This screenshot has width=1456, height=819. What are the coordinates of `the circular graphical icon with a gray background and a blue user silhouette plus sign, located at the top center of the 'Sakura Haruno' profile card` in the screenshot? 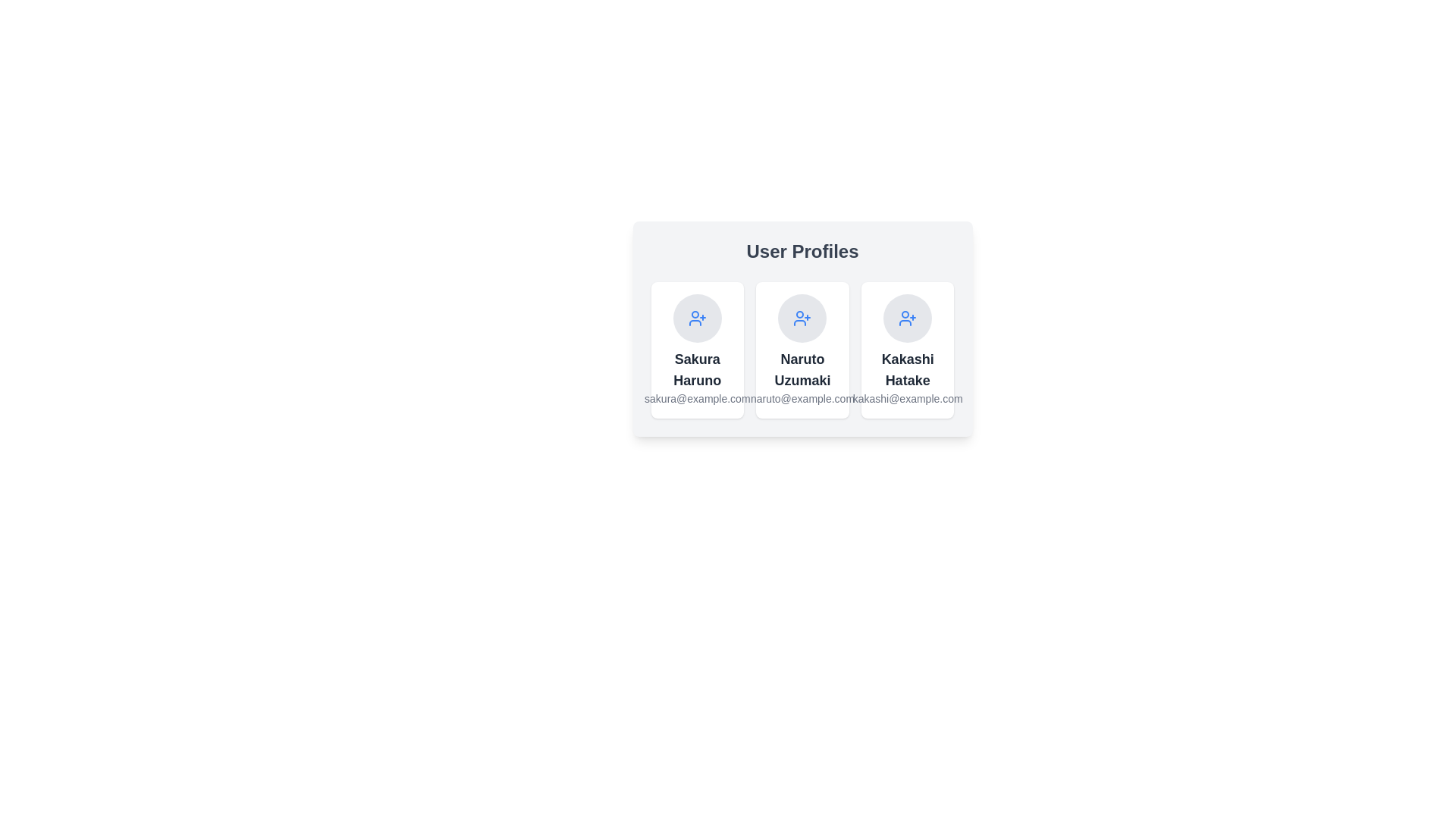 It's located at (696, 318).